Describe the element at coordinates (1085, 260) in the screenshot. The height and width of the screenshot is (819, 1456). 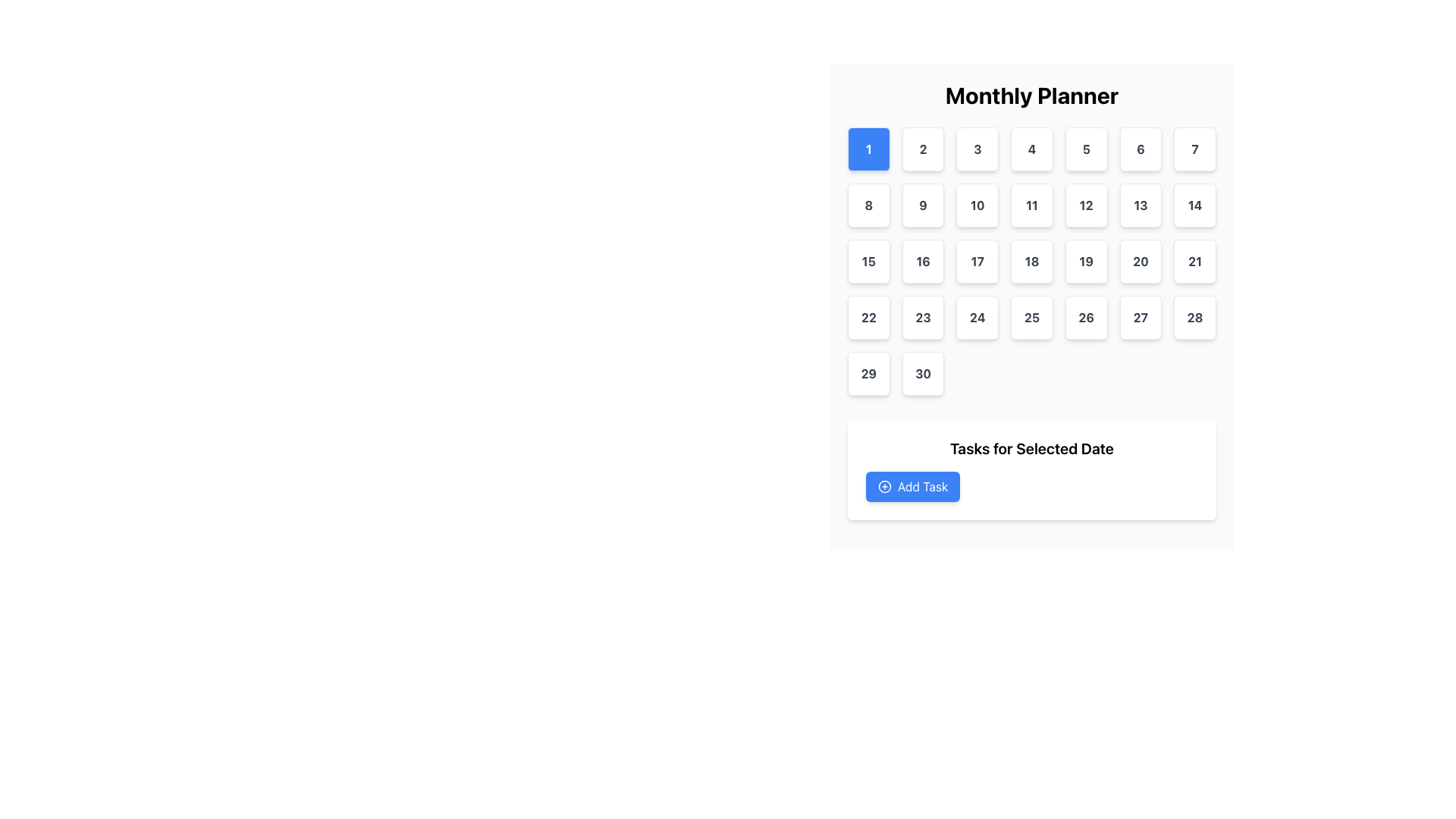
I see `the button displaying the number '19' with a white background and bold gray text located in the sixth row and third column of the grid` at that location.